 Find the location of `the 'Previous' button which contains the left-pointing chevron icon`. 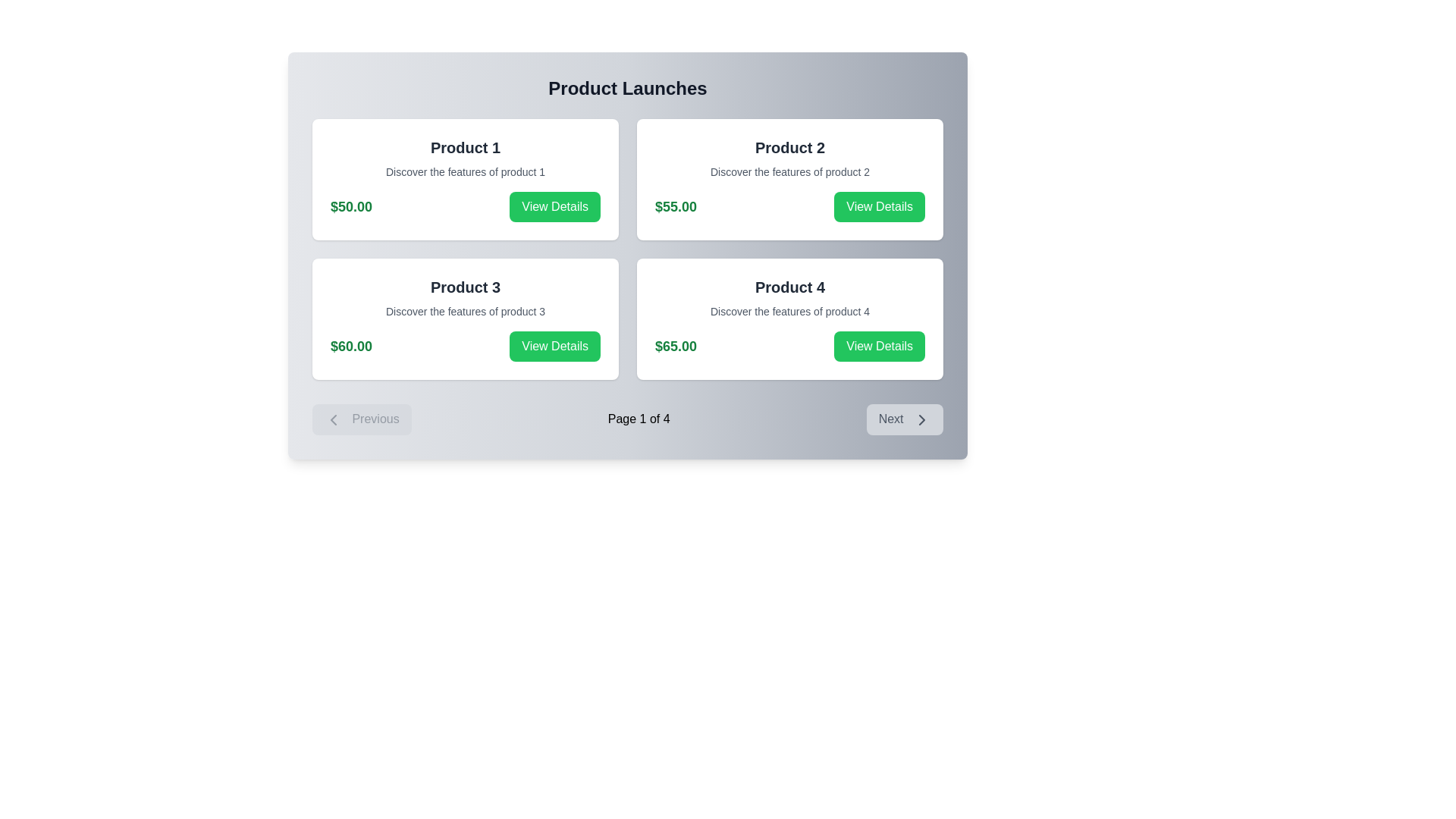

the 'Previous' button which contains the left-pointing chevron icon is located at coordinates (333, 419).